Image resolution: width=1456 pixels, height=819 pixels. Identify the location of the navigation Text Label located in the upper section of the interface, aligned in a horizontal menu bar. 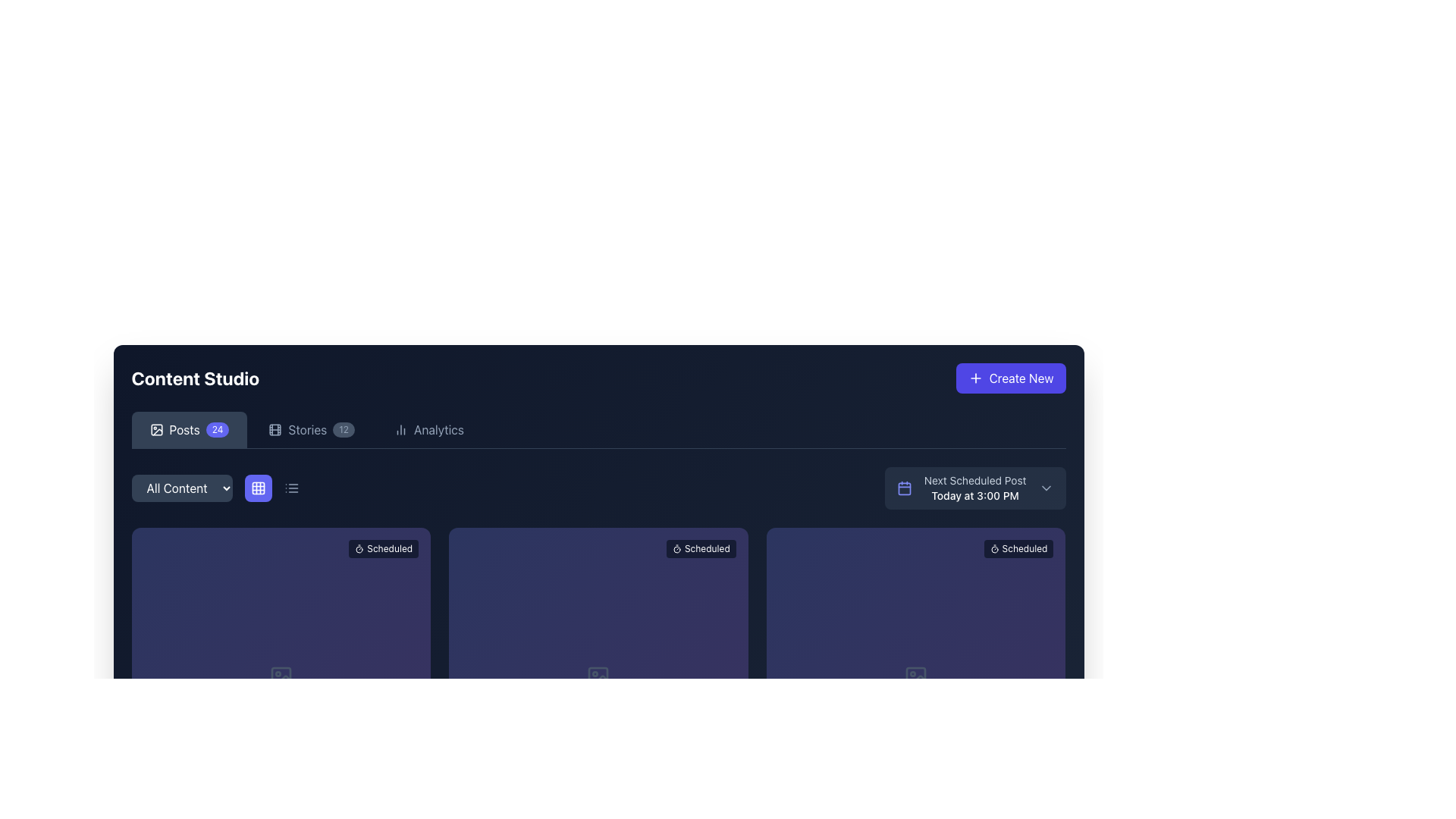
(438, 430).